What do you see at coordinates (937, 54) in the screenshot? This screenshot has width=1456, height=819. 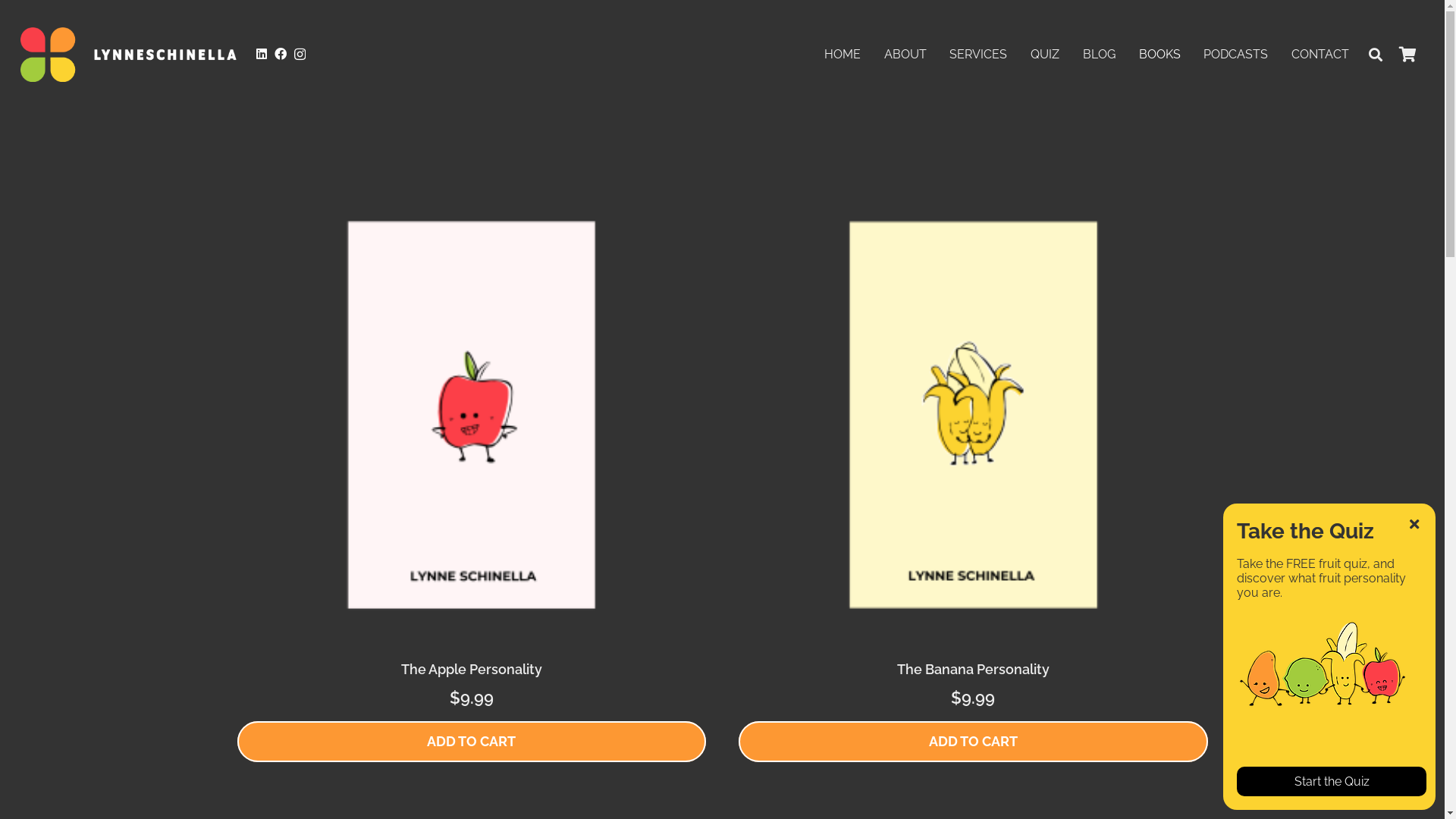 I see `'SERVICES'` at bounding box center [937, 54].